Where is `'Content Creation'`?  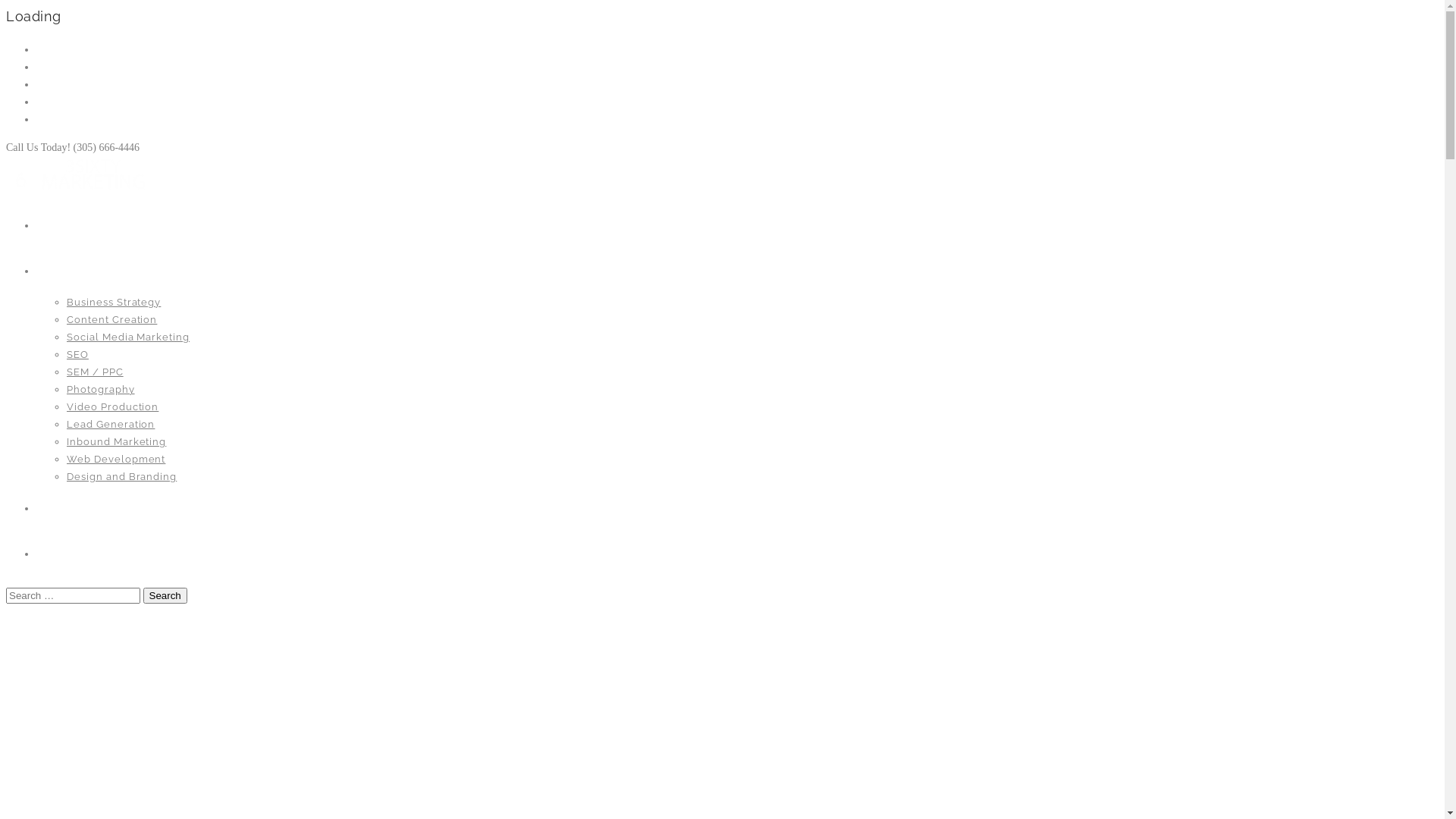
'Content Creation' is located at coordinates (111, 318).